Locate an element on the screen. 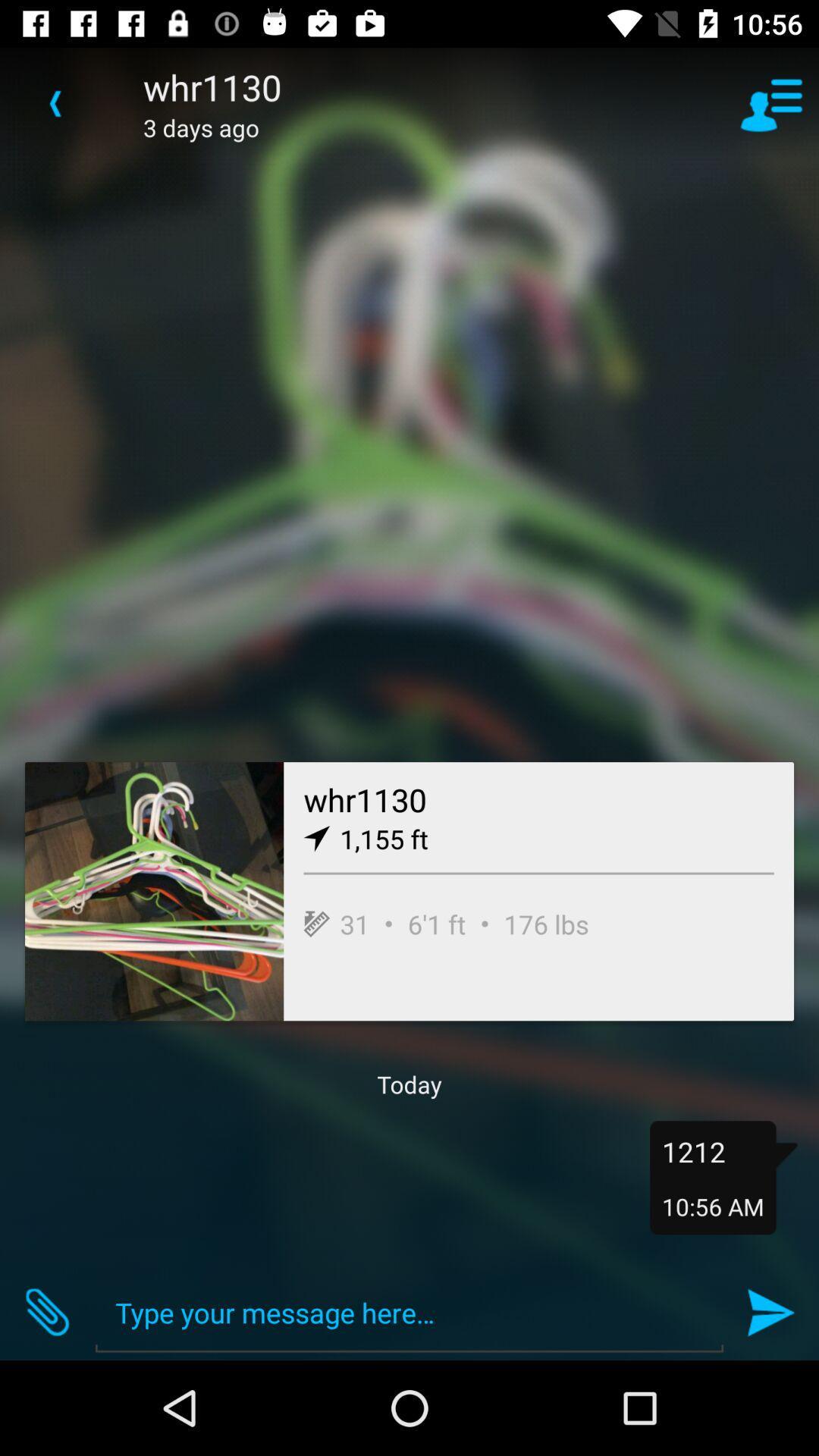  the send icon is located at coordinates (771, 1312).